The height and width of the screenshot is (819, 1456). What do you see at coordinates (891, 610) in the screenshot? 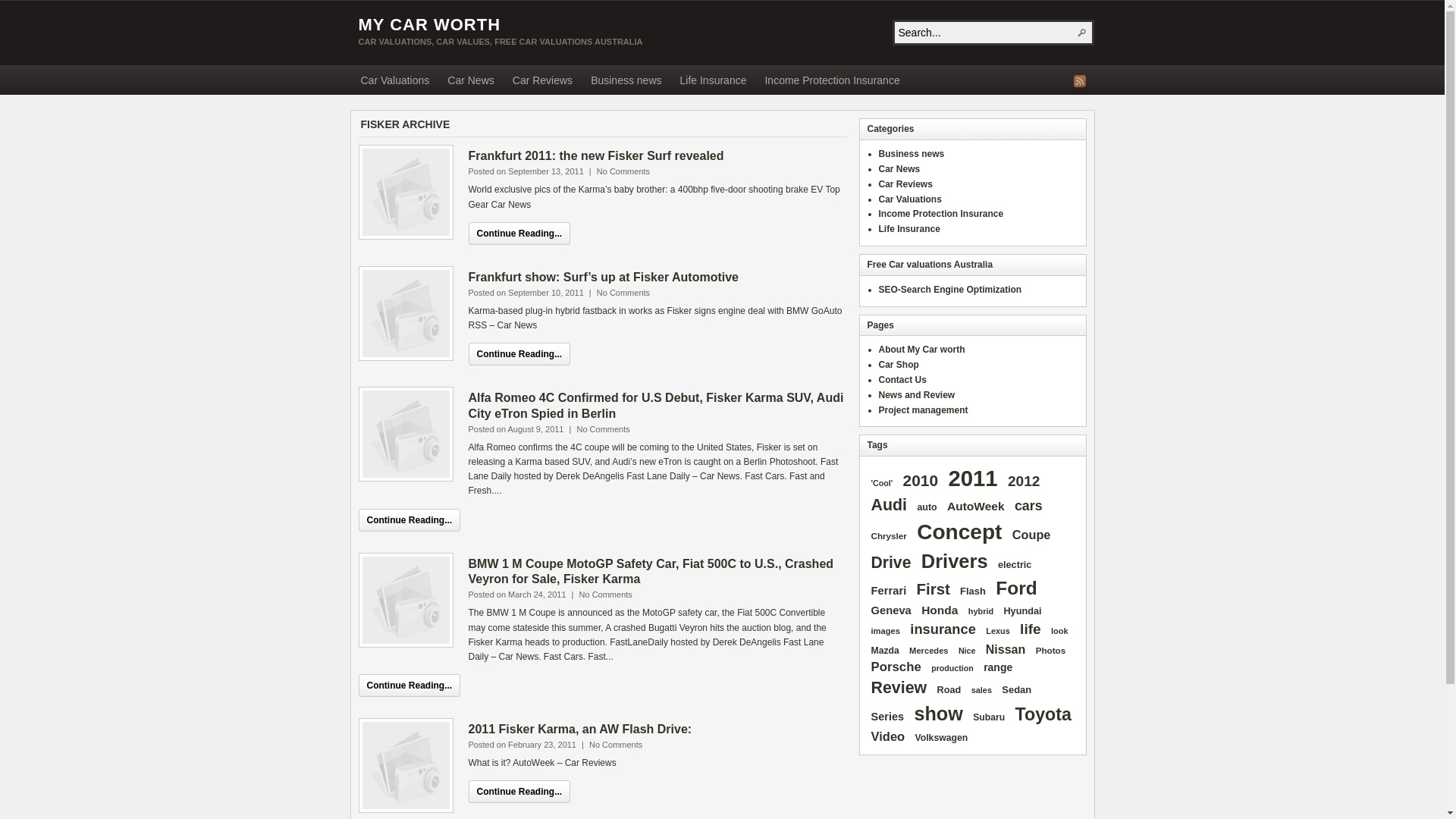
I see `'Geneva'` at bounding box center [891, 610].